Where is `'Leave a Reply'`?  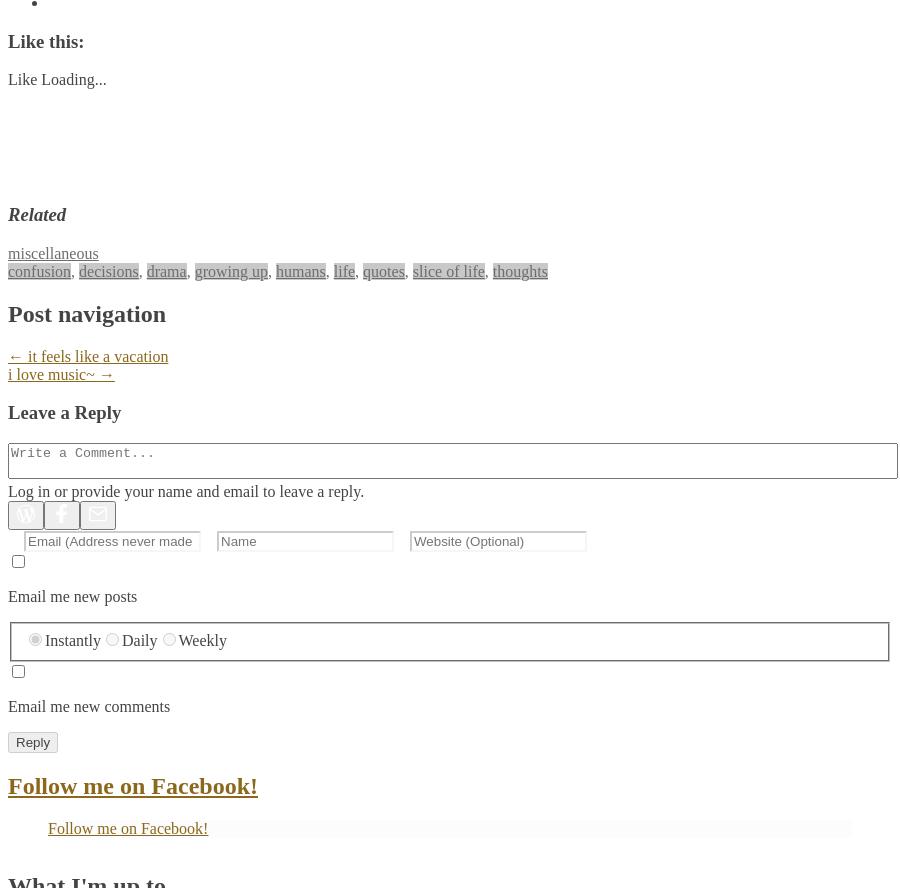 'Leave a Reply' is located at coordinates (63, 411).